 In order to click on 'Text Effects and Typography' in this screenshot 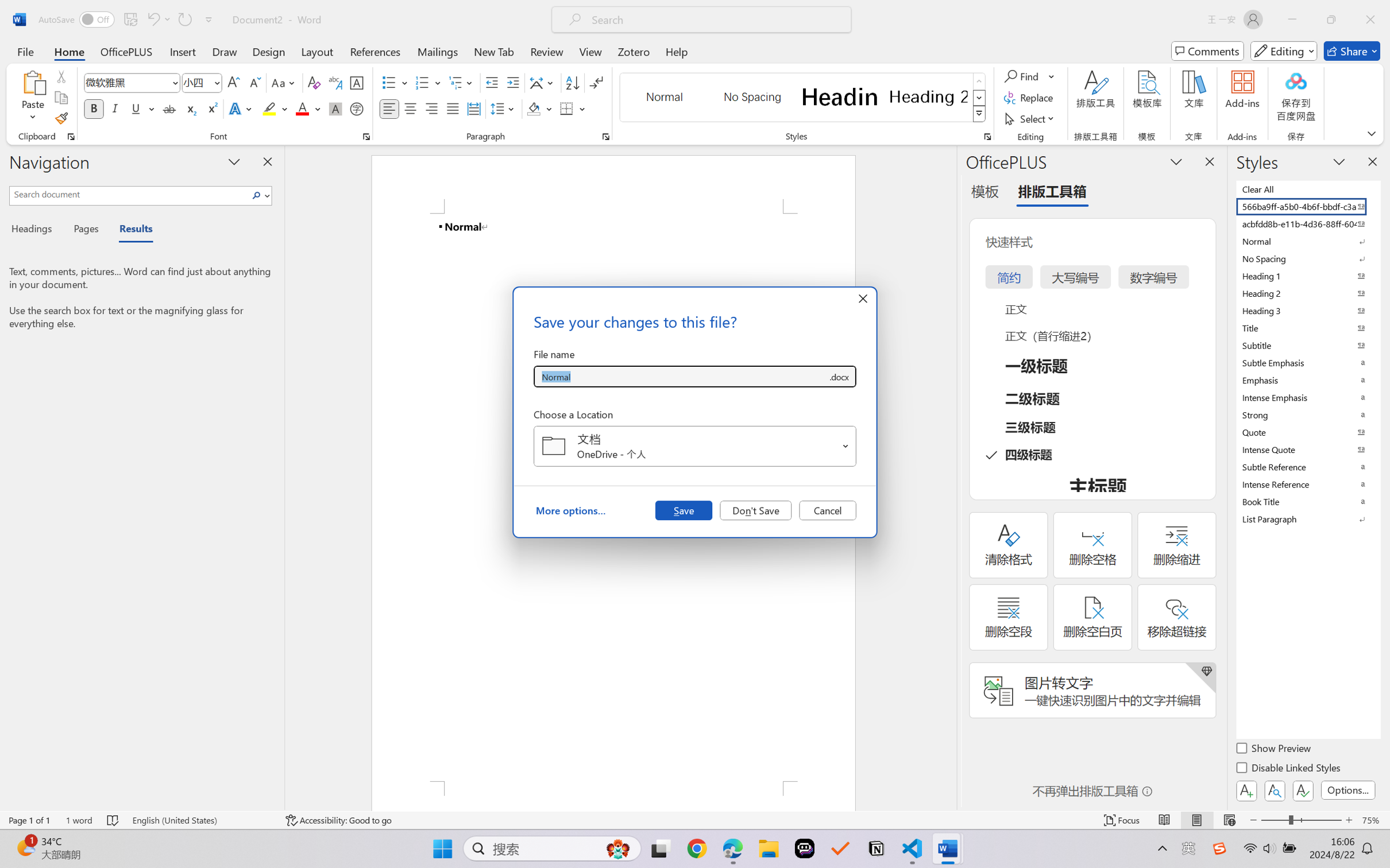, I will do `click(241, 108)`.